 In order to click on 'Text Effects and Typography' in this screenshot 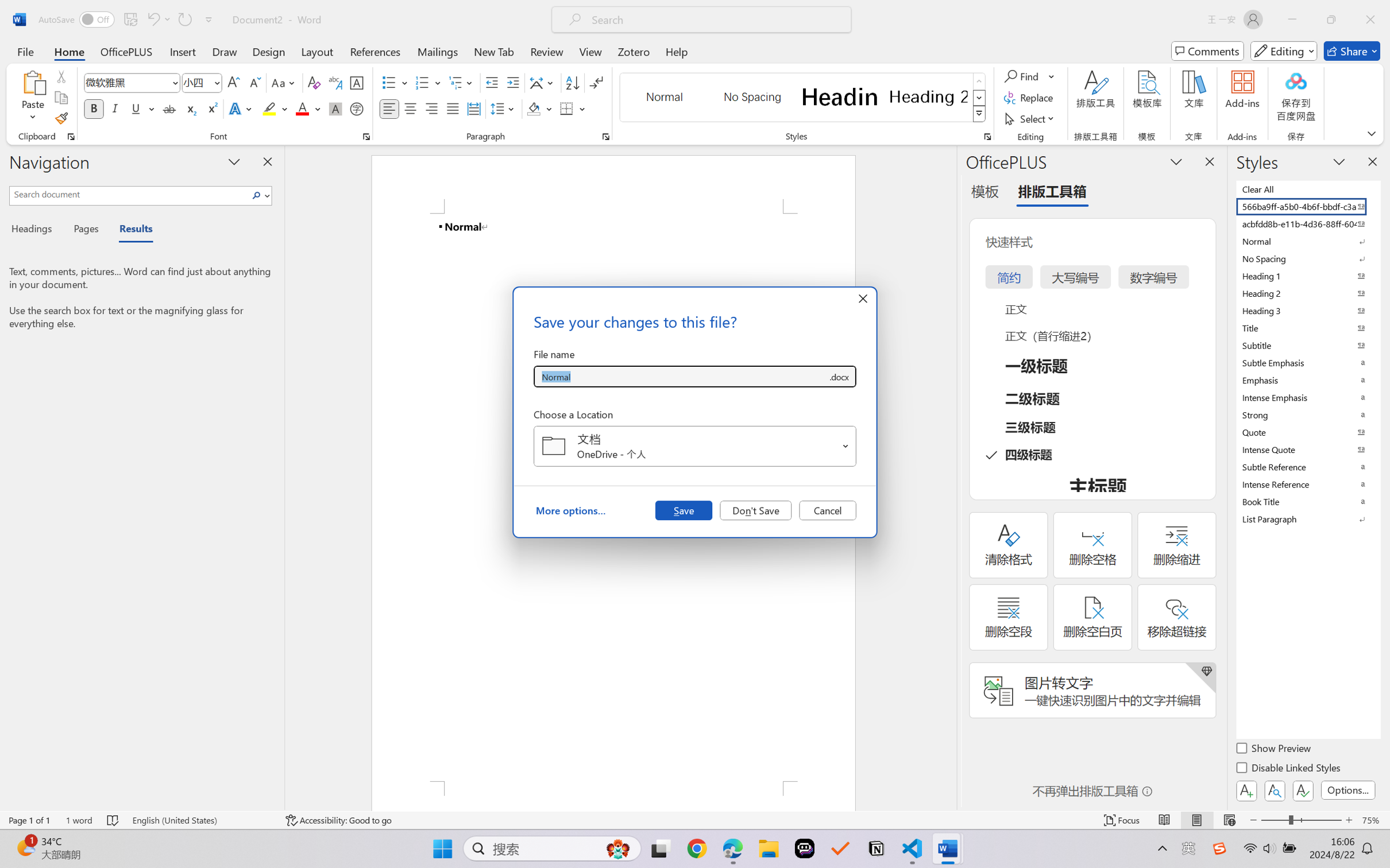, I will do `click(241, 108)`.